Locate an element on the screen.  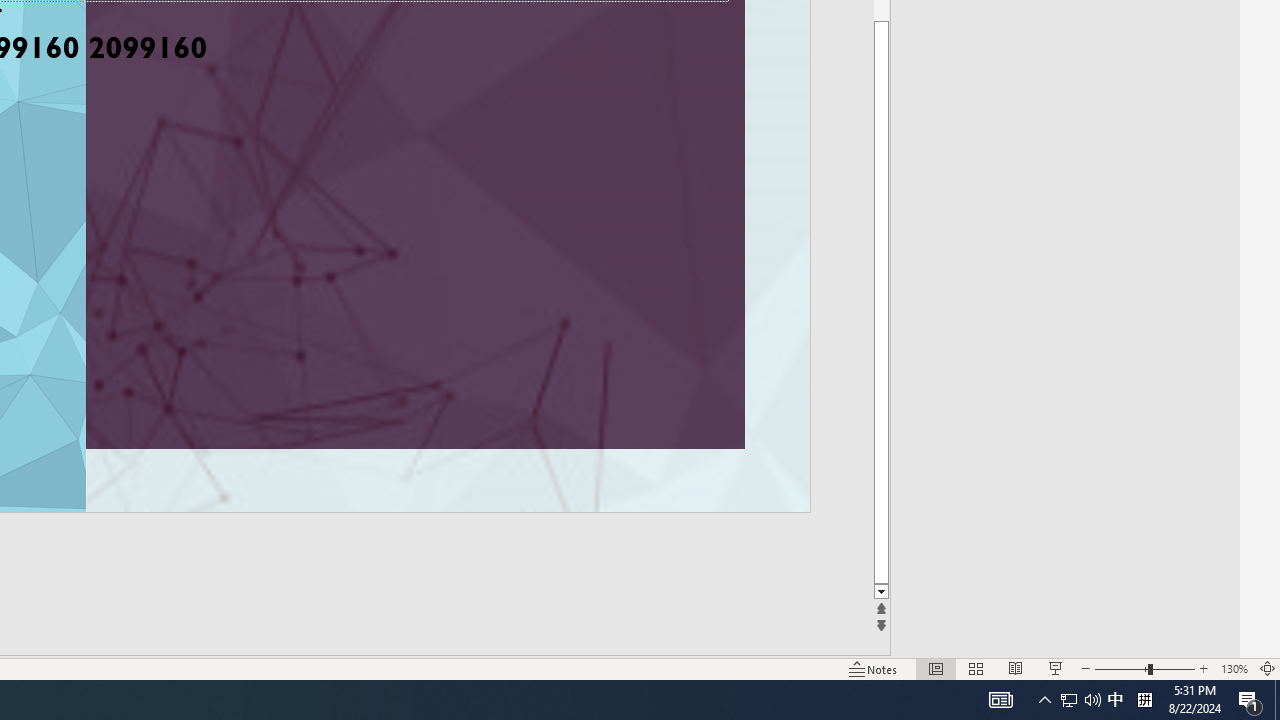
'Line down' is located at coordinates (910, 591).